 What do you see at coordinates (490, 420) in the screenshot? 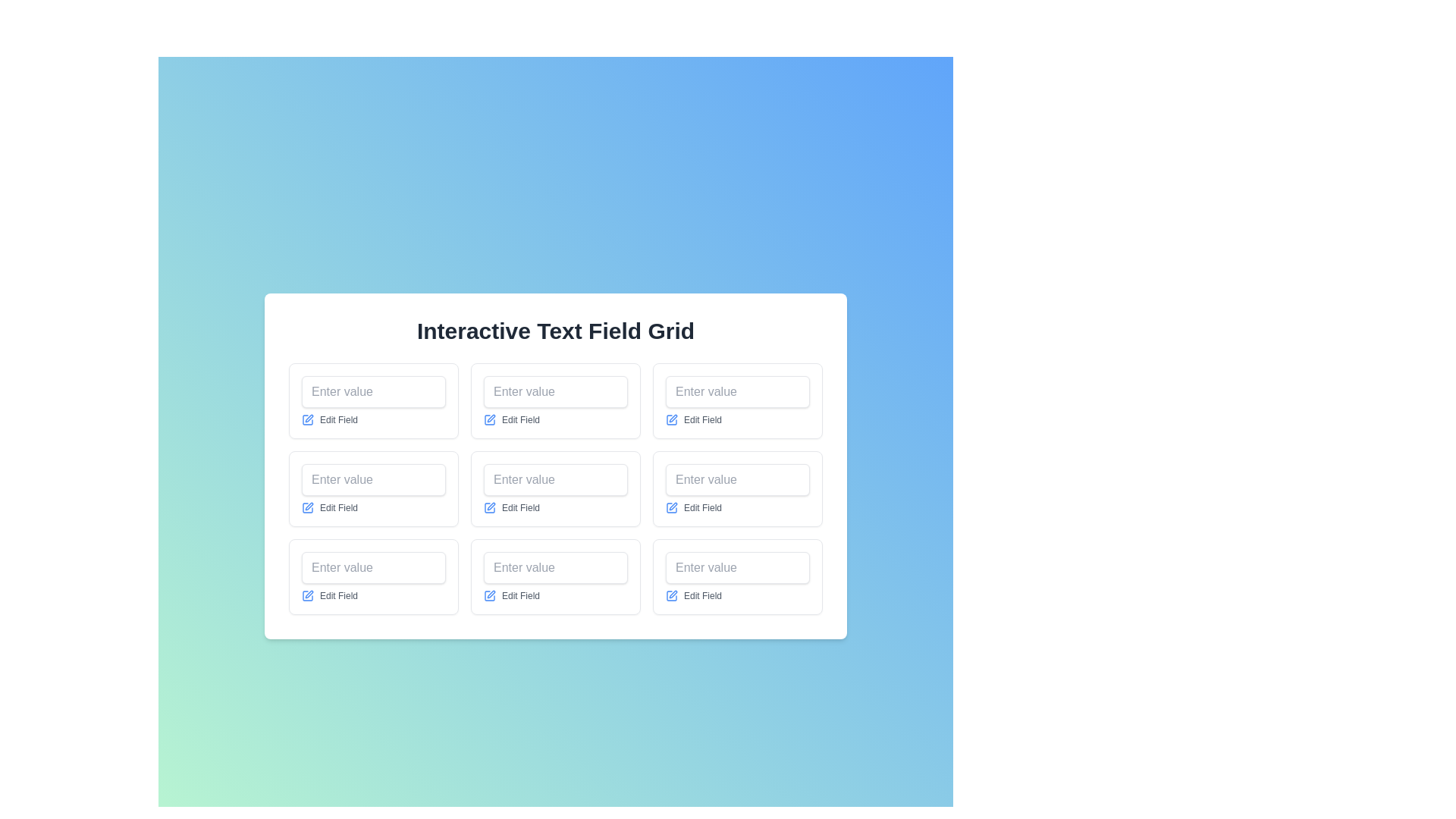
I see `the small blue square pen icon located to the left of the 'Edit Field' text to initiate an edit action` at bounding box center [490, 420].